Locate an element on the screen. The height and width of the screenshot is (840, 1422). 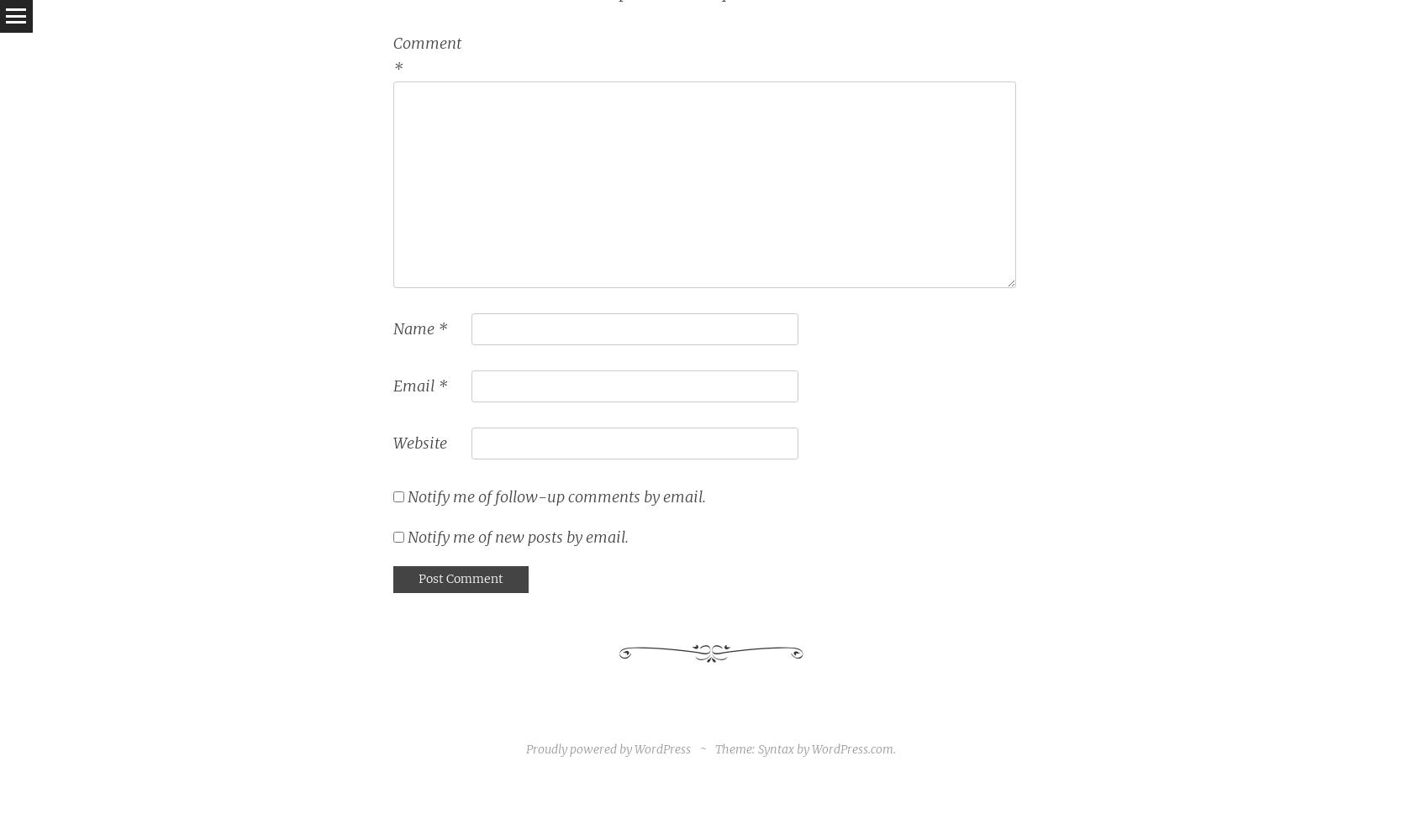
'~' is located at coordinates (703, 748).